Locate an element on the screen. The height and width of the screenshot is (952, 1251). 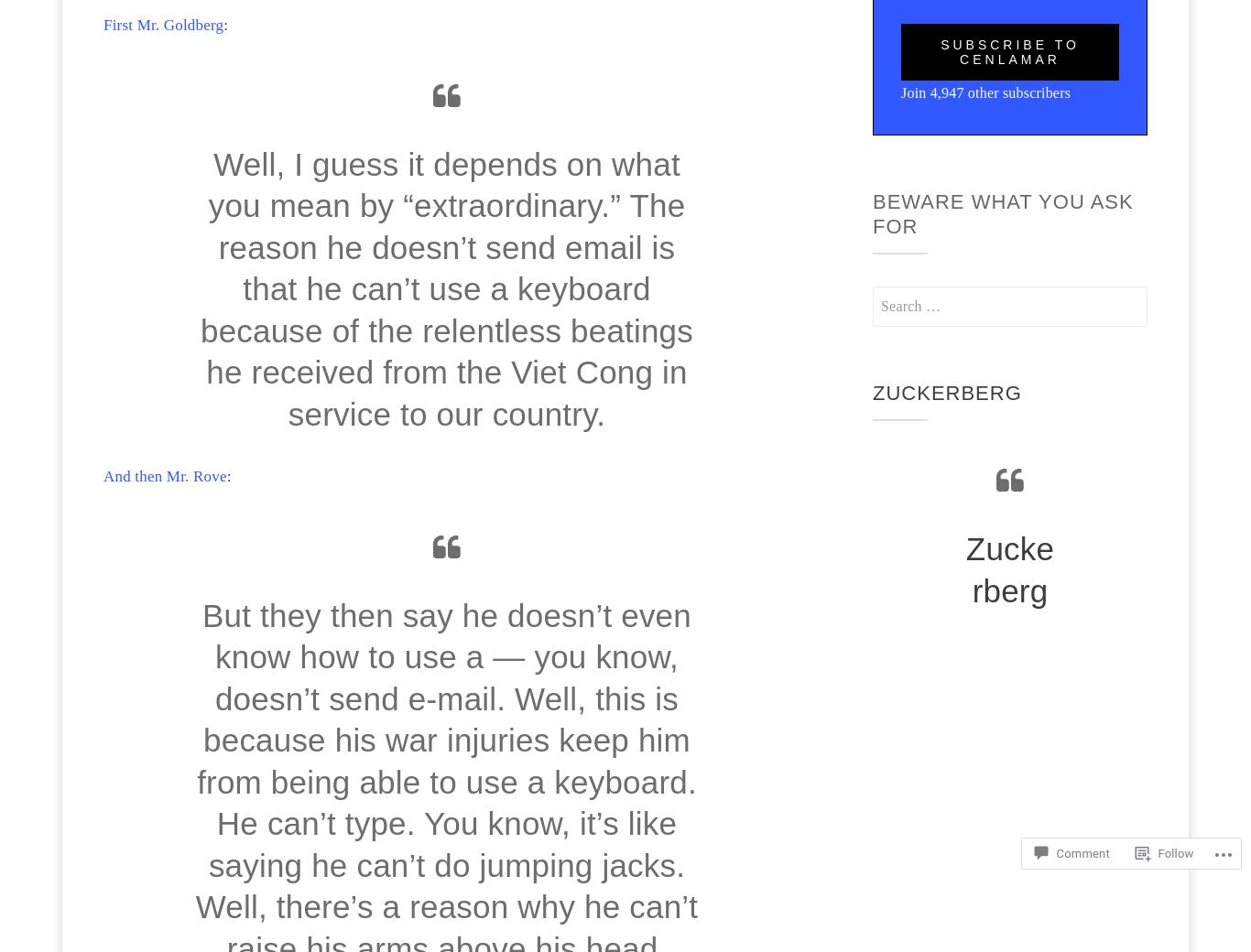
'But they then say he doesn’t even know how to use a — you know, doesn’t send e-mail. Well, this is because his war injuries keep him from being able to use a keyboard. He can’t type. You know, it’s like saying he can’t do jumping jacks.' is located at coordinates (196, 738).